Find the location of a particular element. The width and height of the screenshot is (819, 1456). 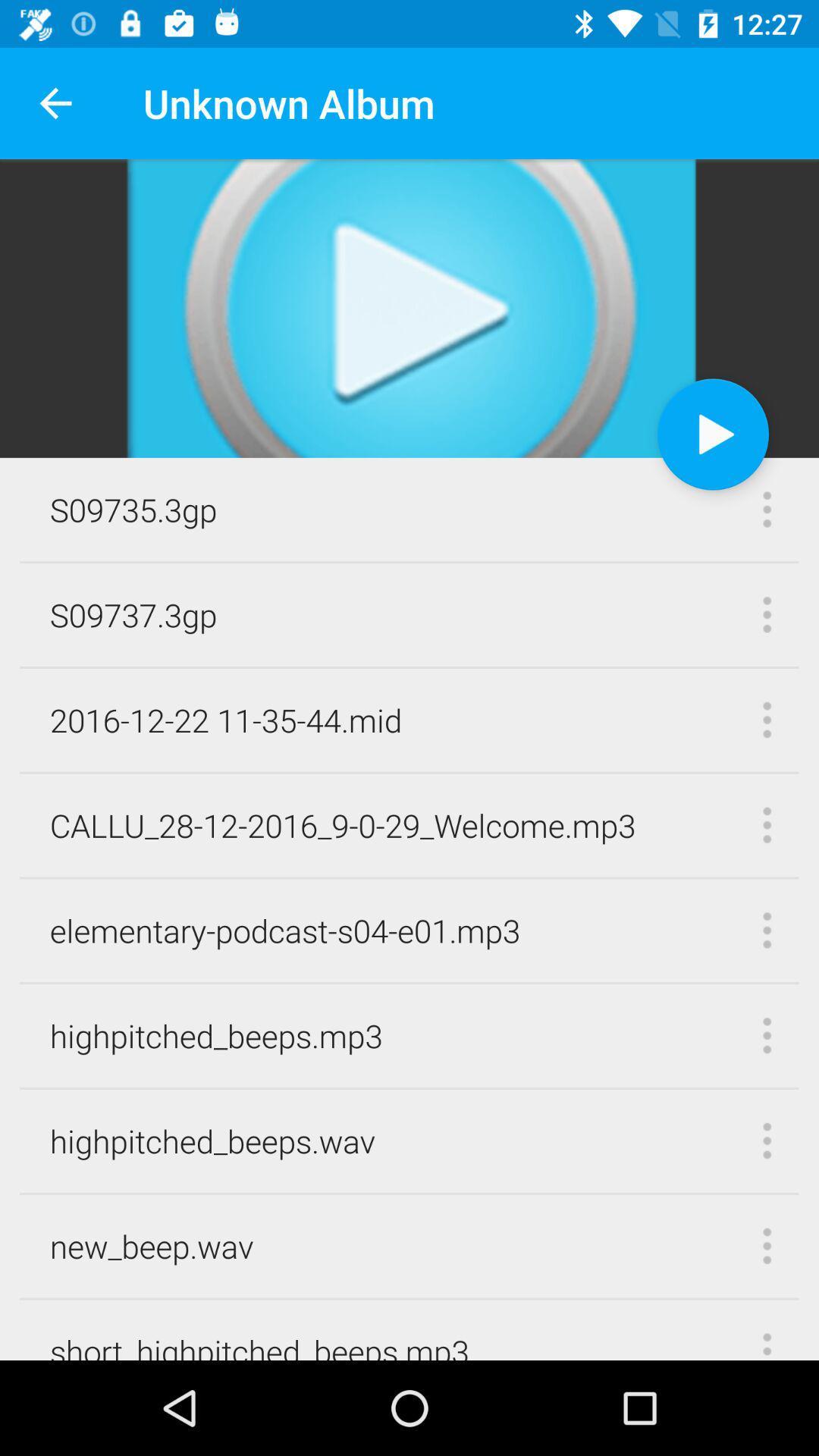

s09735.3gp icon is located at coordinates (133, 510).